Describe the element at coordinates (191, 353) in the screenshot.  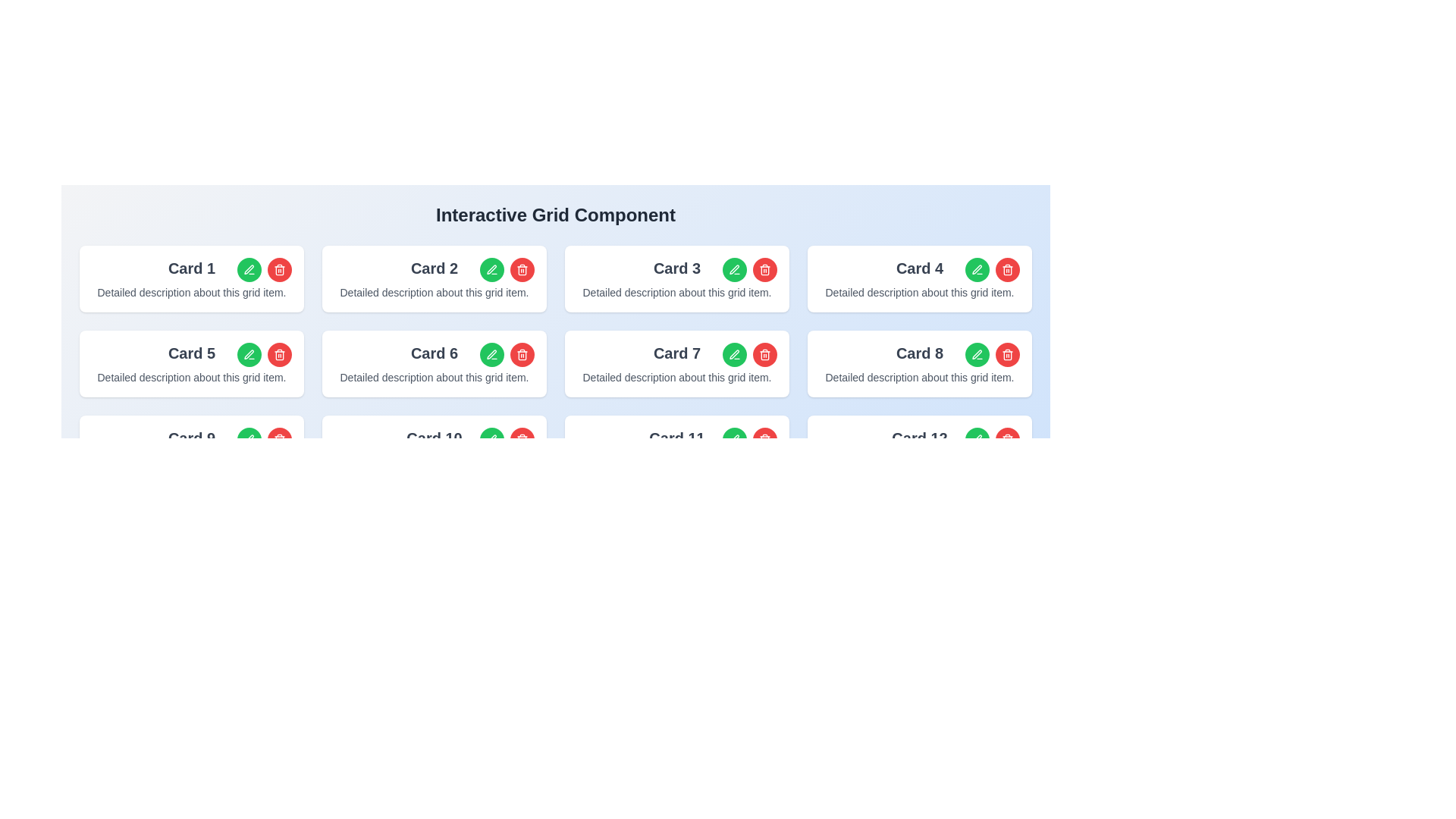
I see `the static text label that serves as the title of the card, located at the top-left corner of the card in the second row and first column of the grid` at that location.